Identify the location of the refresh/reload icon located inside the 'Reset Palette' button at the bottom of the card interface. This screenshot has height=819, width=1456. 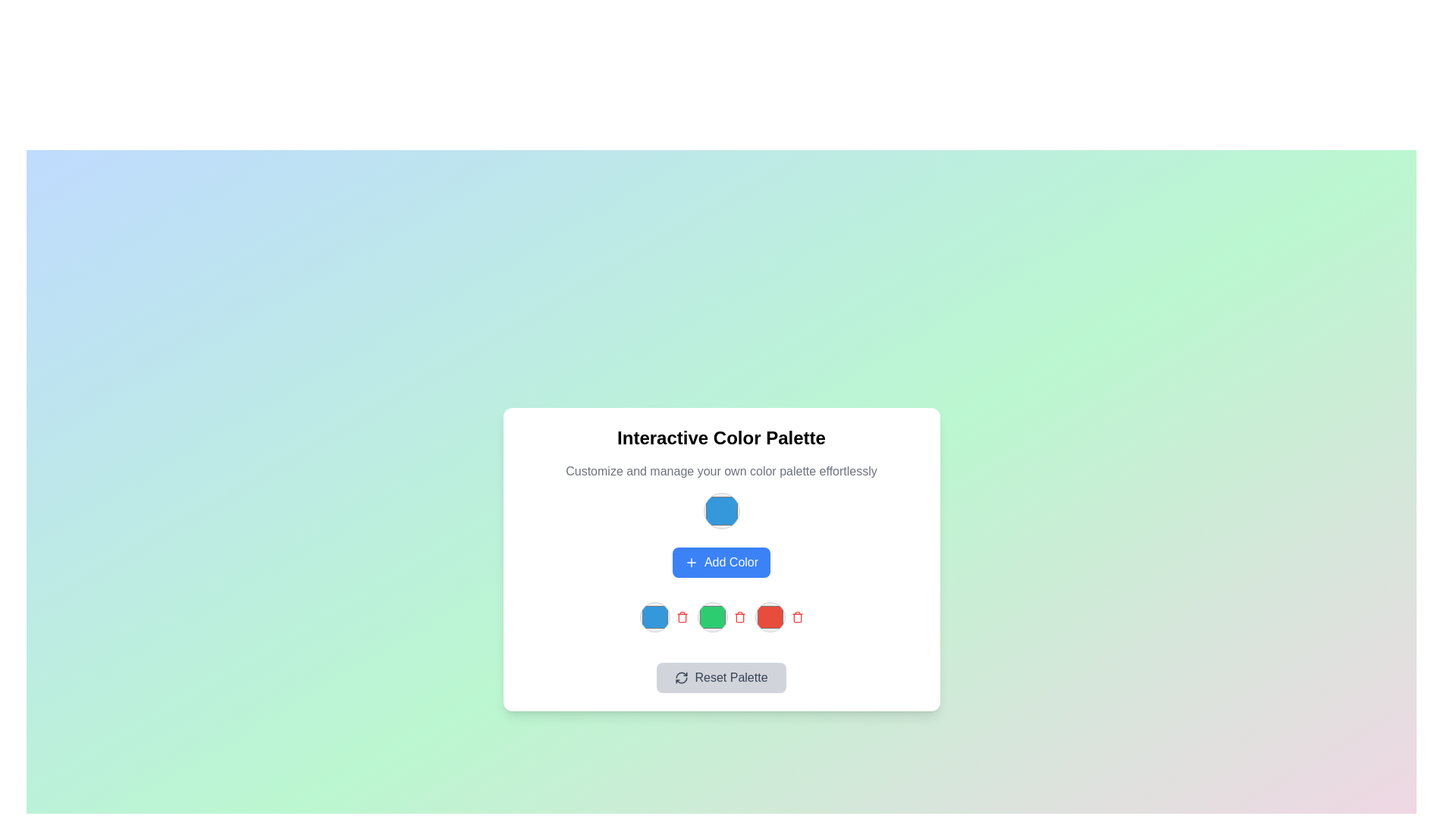
(681, 677).